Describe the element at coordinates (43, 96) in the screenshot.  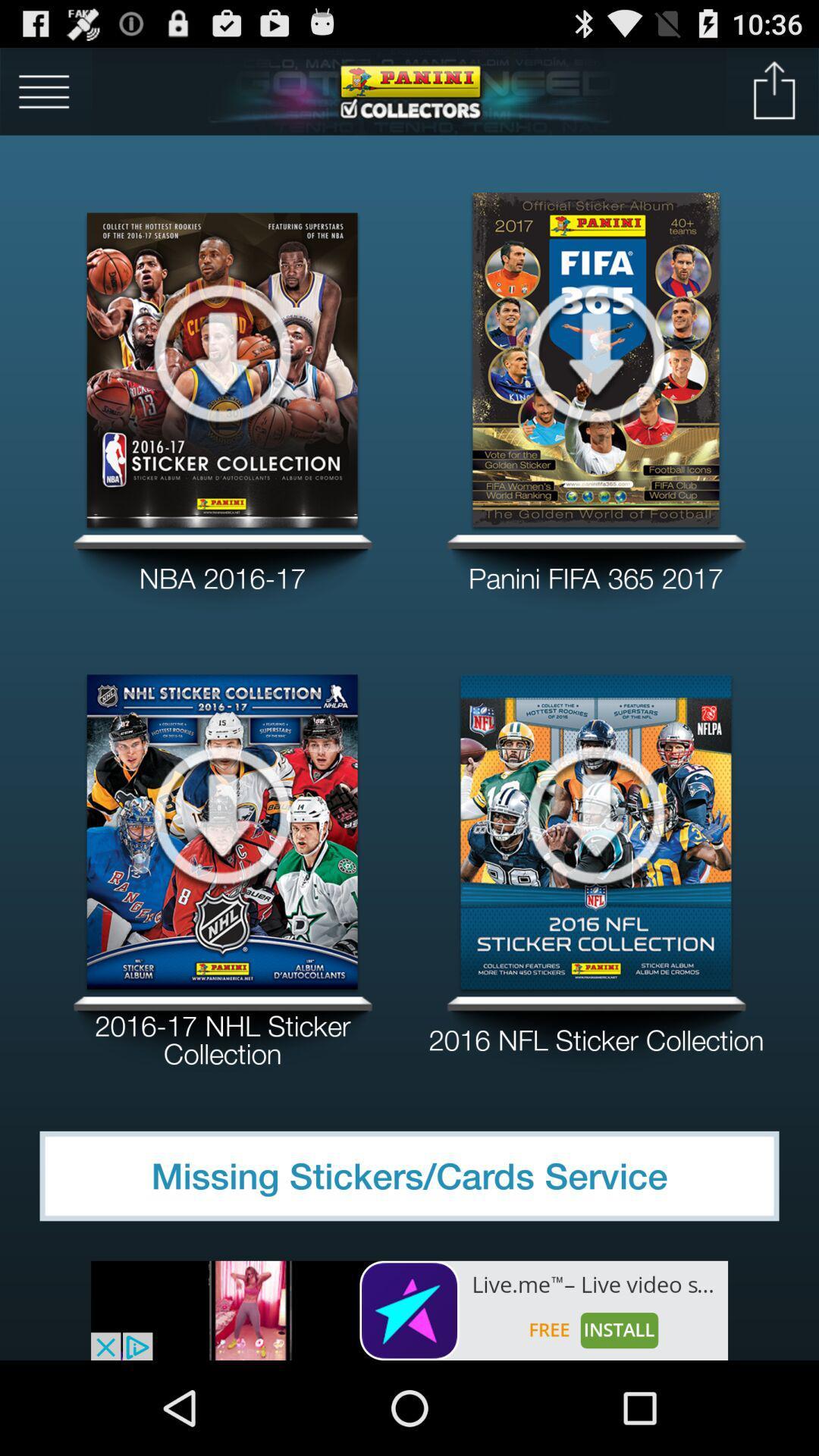
I see `the menu icon` at that location.